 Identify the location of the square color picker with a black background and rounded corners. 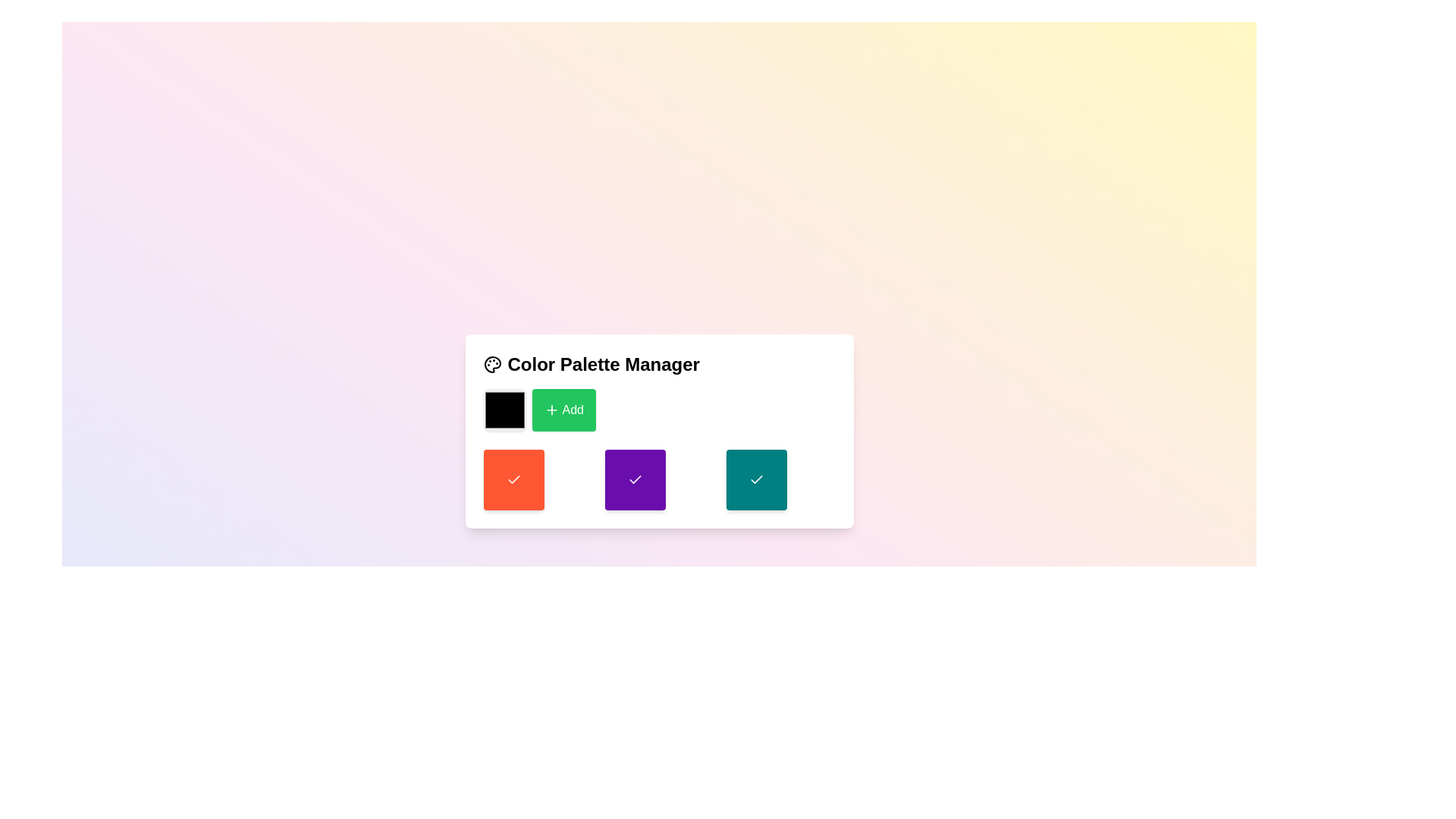
(504, 409).